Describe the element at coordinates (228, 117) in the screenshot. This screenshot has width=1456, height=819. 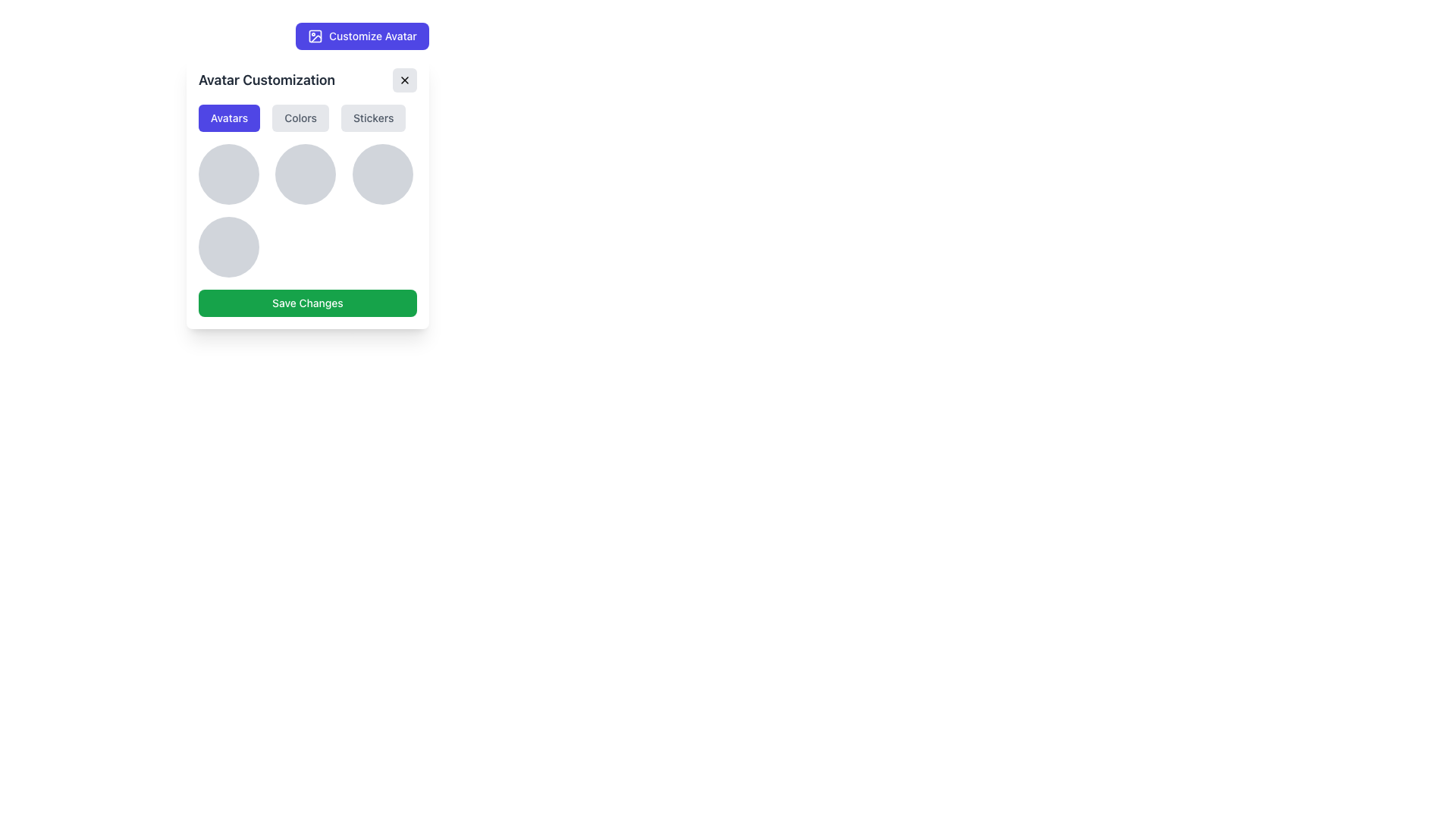
I see `the 'Avatars' button located in the top-left position of the customization modal` at that location.